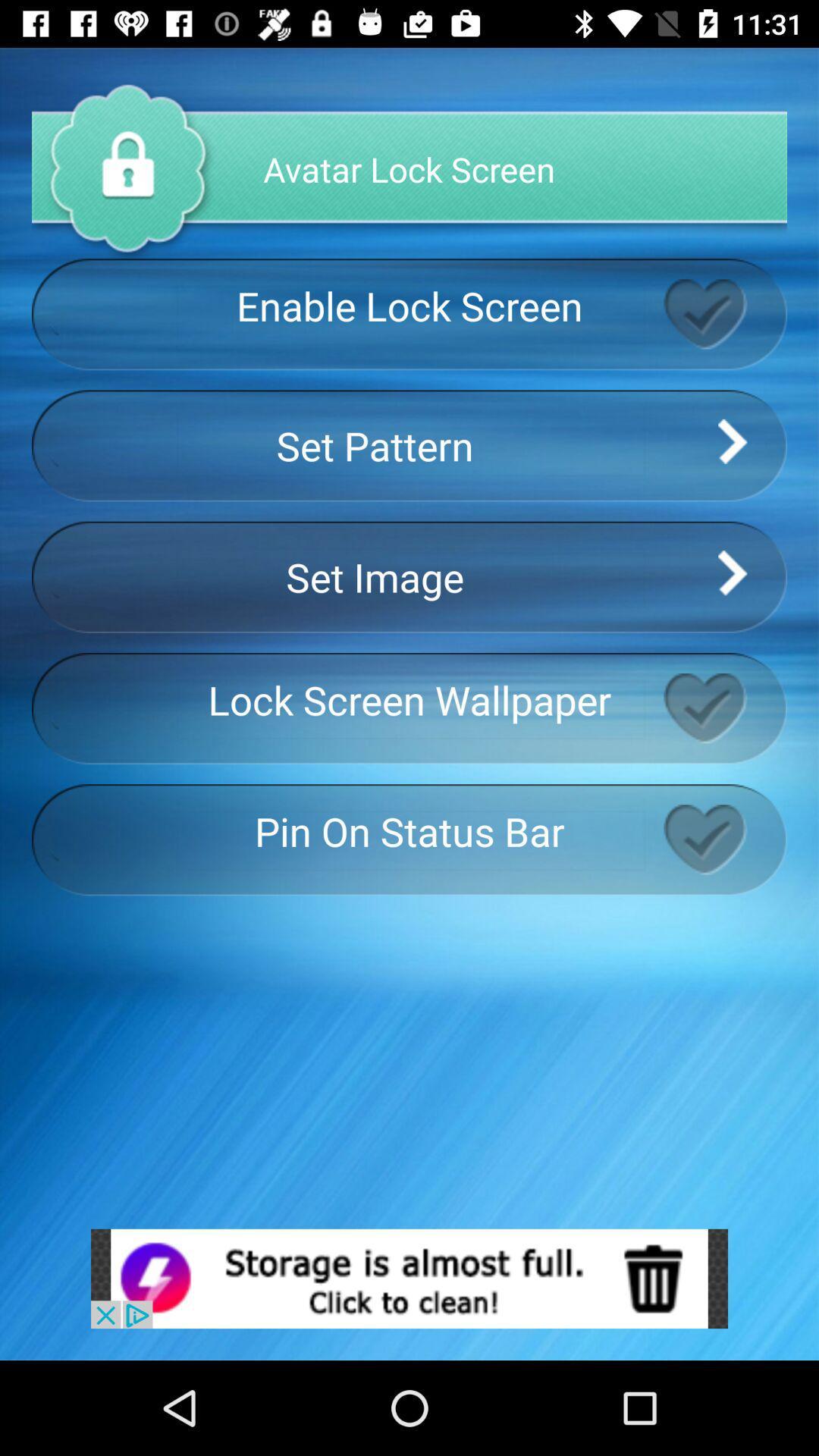 Image resolution: width=819 pixels, height=1456 pixels. Describe the element at coordinates (409, 1278) in the screenshot. I see `open trash` at that location.